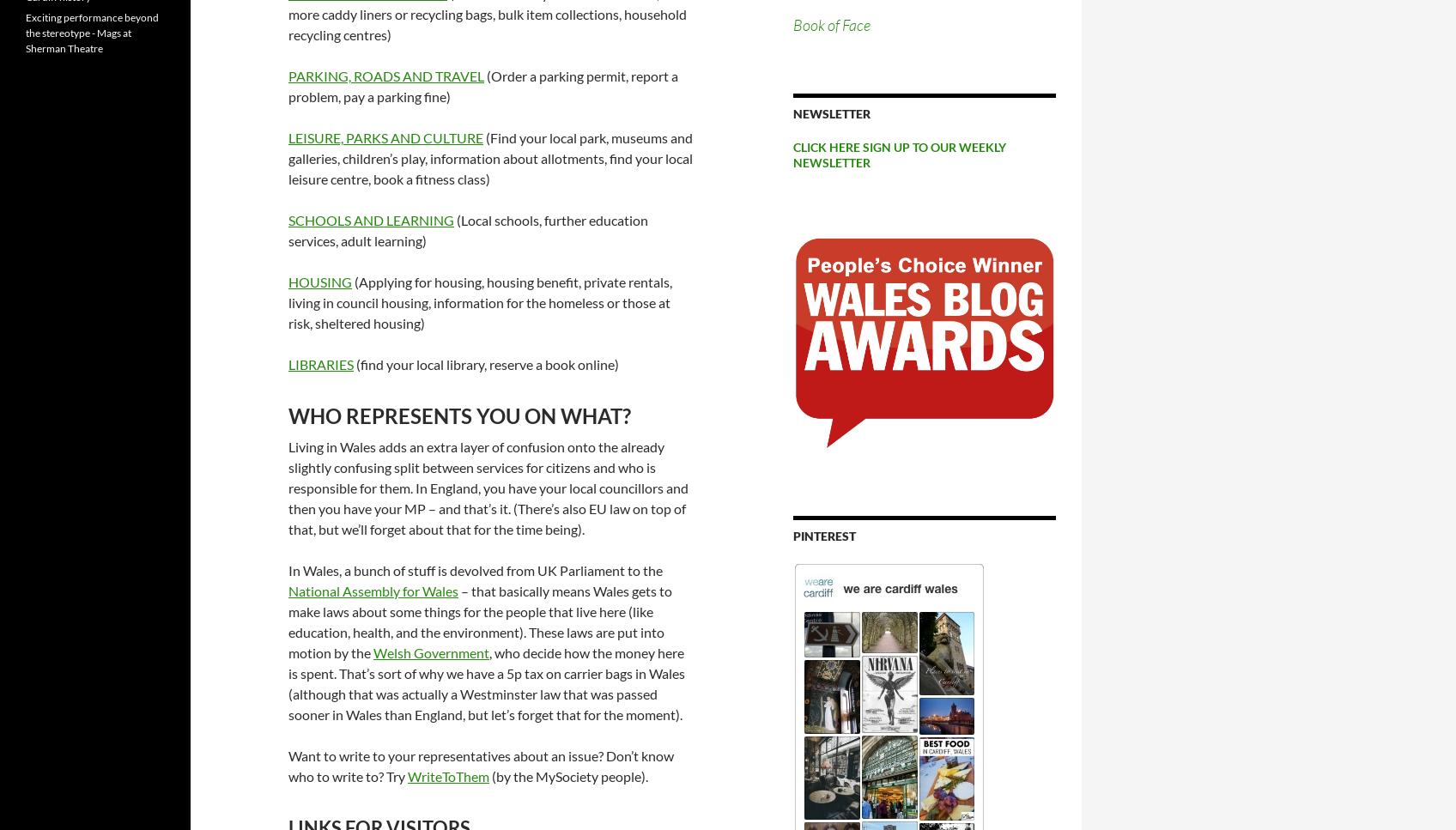 The height and width of the screenshot is (830, 1456). Describe the element at coordinates (475, 568) in the screenshot. I see `'In Wales, a bunch of stuff is devolved from UK Parliament to the'` at that location.